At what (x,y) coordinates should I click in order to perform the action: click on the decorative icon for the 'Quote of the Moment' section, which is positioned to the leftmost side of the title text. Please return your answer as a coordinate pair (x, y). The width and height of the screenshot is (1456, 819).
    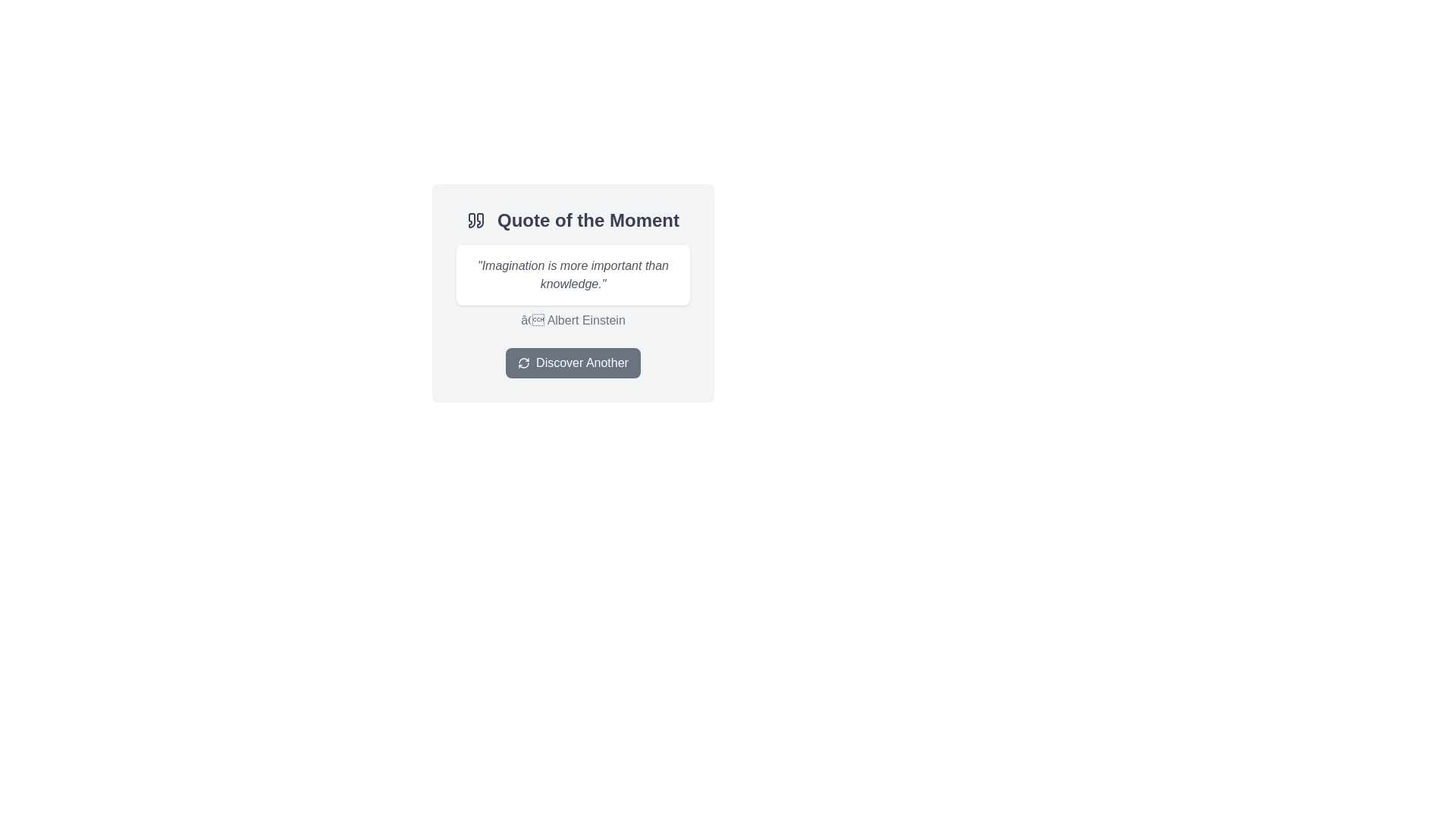
    Looking at the image, I should click on (475, 220).